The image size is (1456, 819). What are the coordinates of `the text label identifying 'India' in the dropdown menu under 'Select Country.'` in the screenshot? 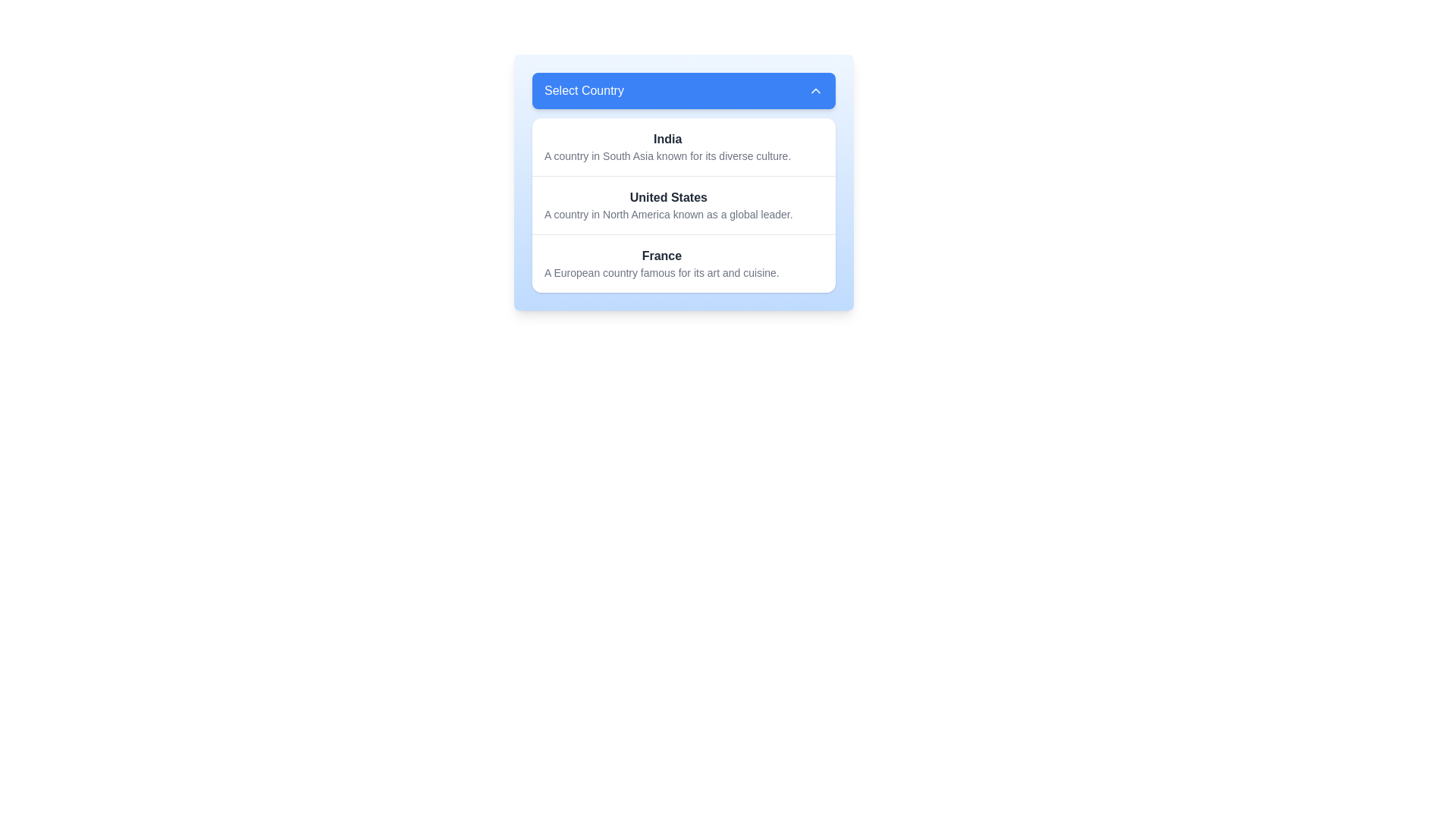 It's located at (667, 140).